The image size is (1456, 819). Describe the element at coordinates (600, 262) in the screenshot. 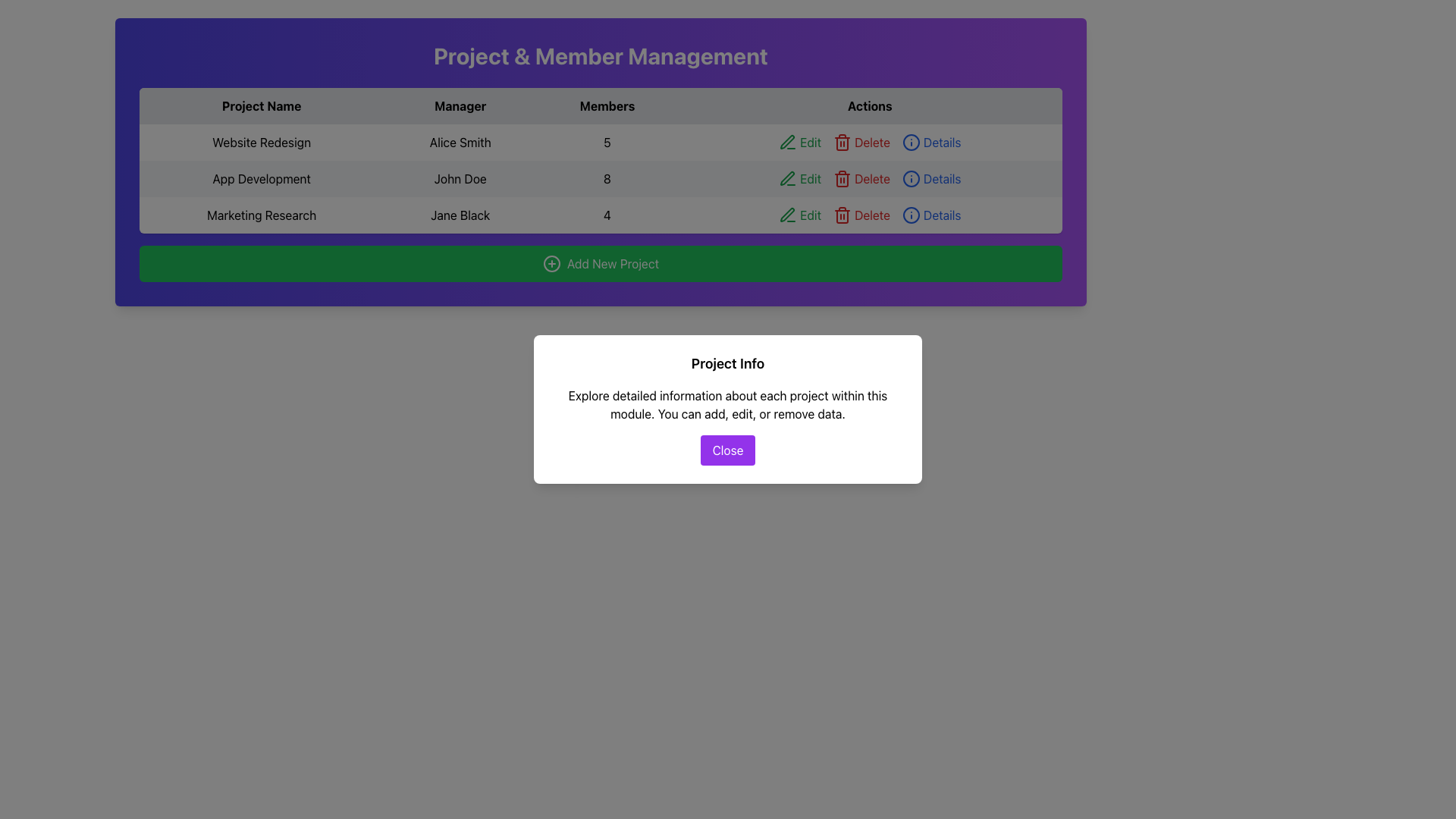

I see `the prominent green button labeled 'Add New Project' to observe its visual feedback` at that location.